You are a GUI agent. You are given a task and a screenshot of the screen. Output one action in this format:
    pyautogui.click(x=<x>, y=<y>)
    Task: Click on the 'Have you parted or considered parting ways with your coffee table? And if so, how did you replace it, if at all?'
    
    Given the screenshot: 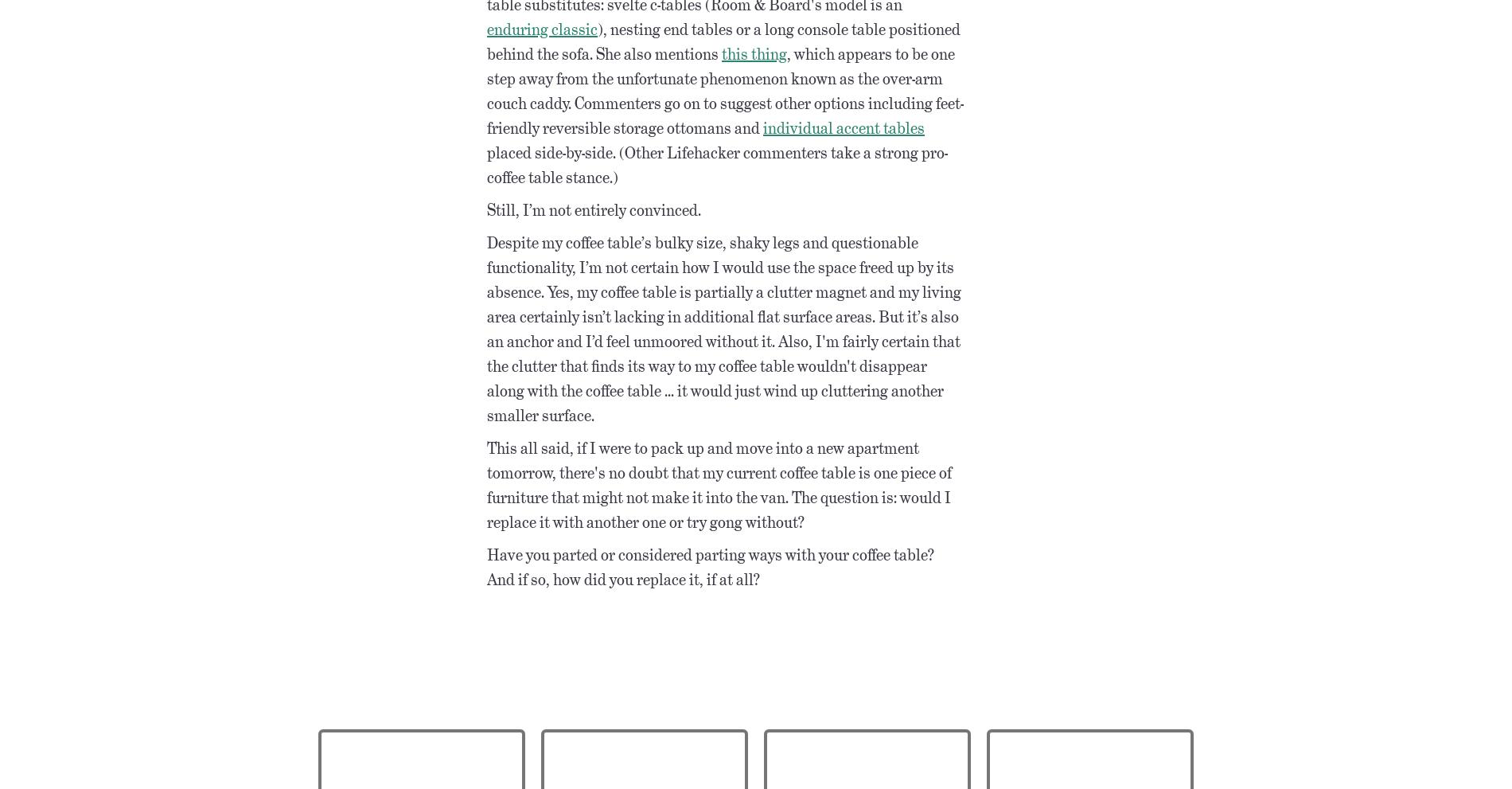 What is the action you would take?
    pyautogui.click(x=710, y=566)
    